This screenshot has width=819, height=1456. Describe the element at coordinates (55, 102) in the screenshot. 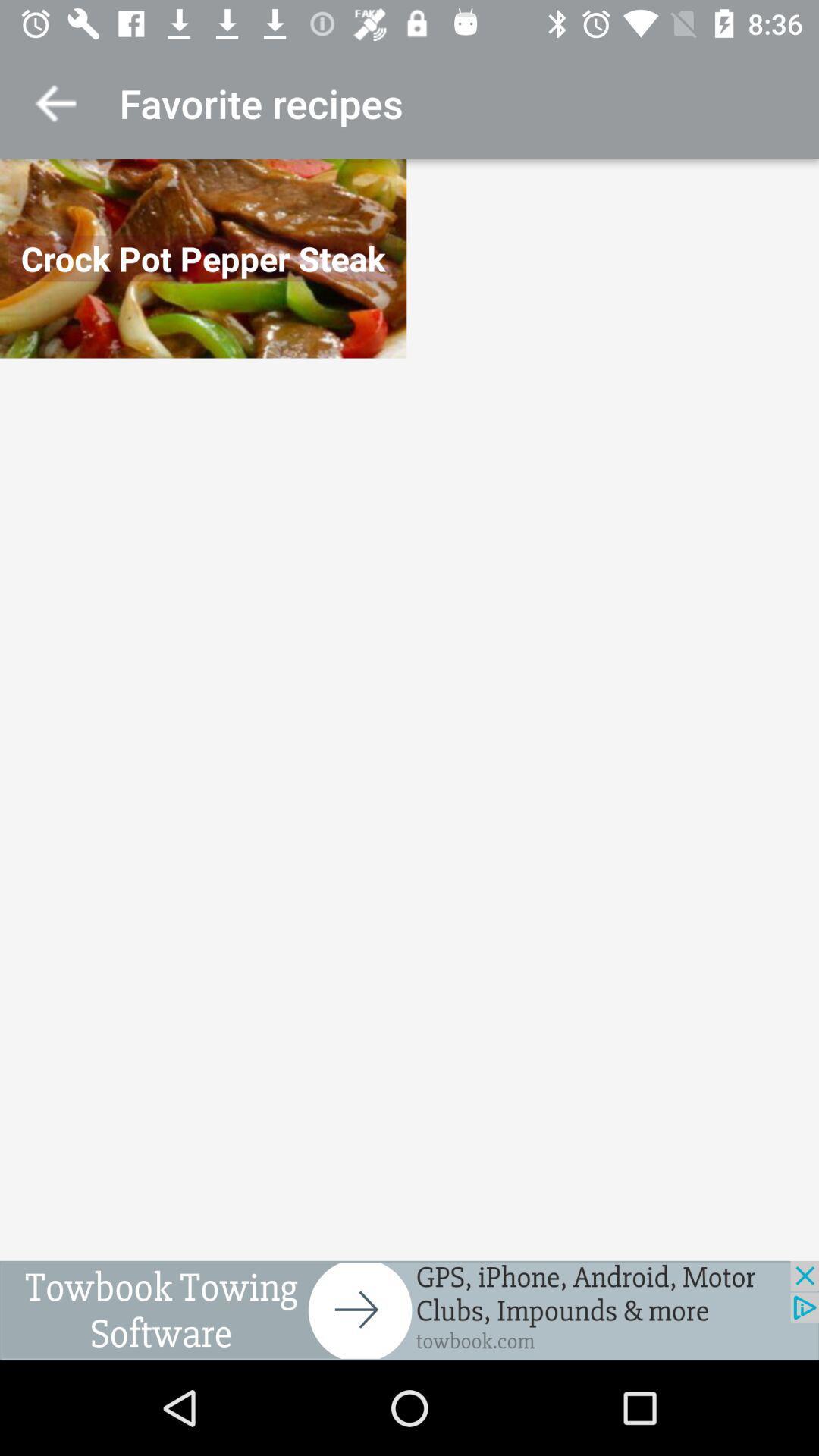

I see `navigate to previous screen` at that location.